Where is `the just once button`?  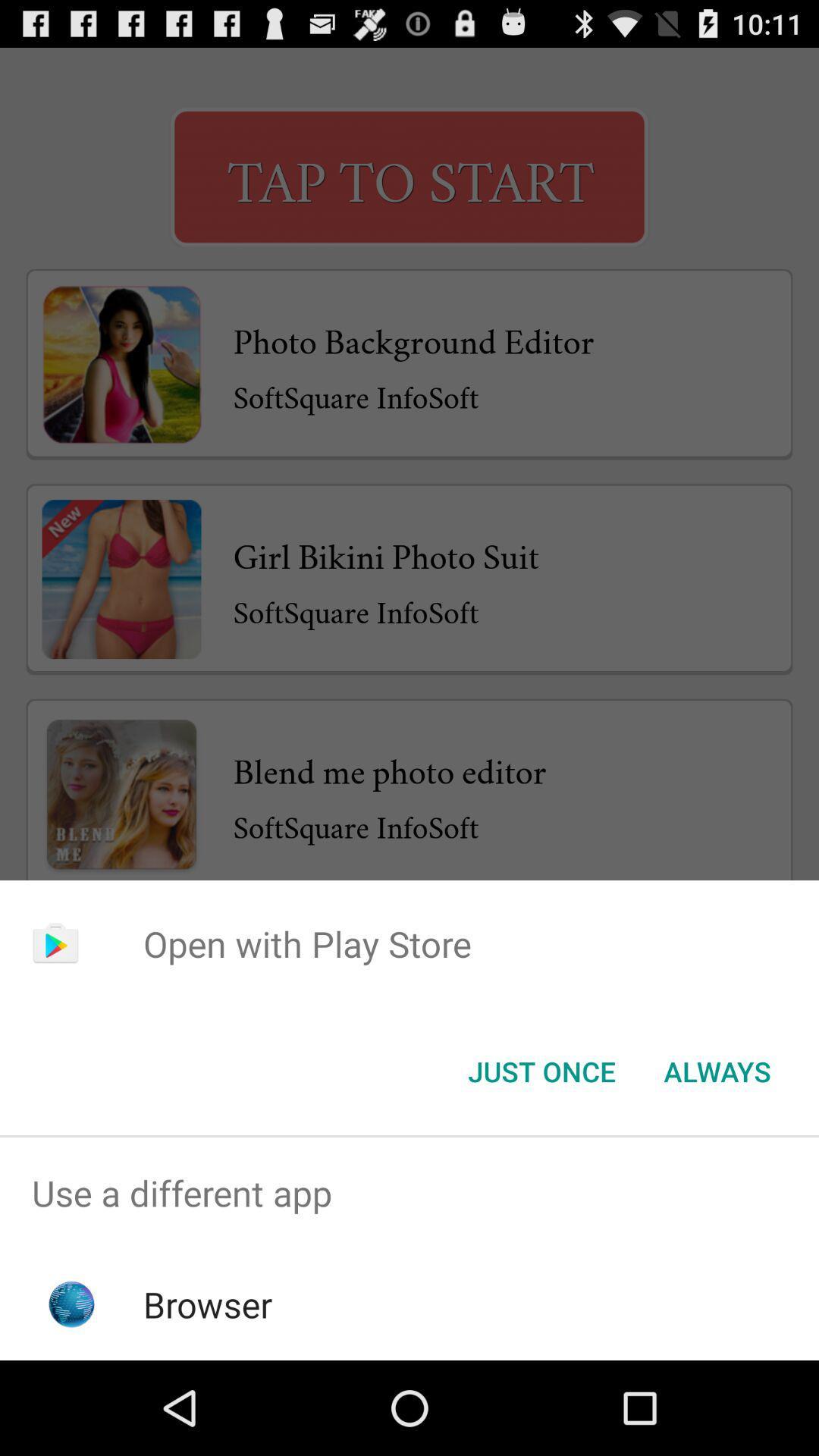 the just once button is located at coordinates (541, 1070).